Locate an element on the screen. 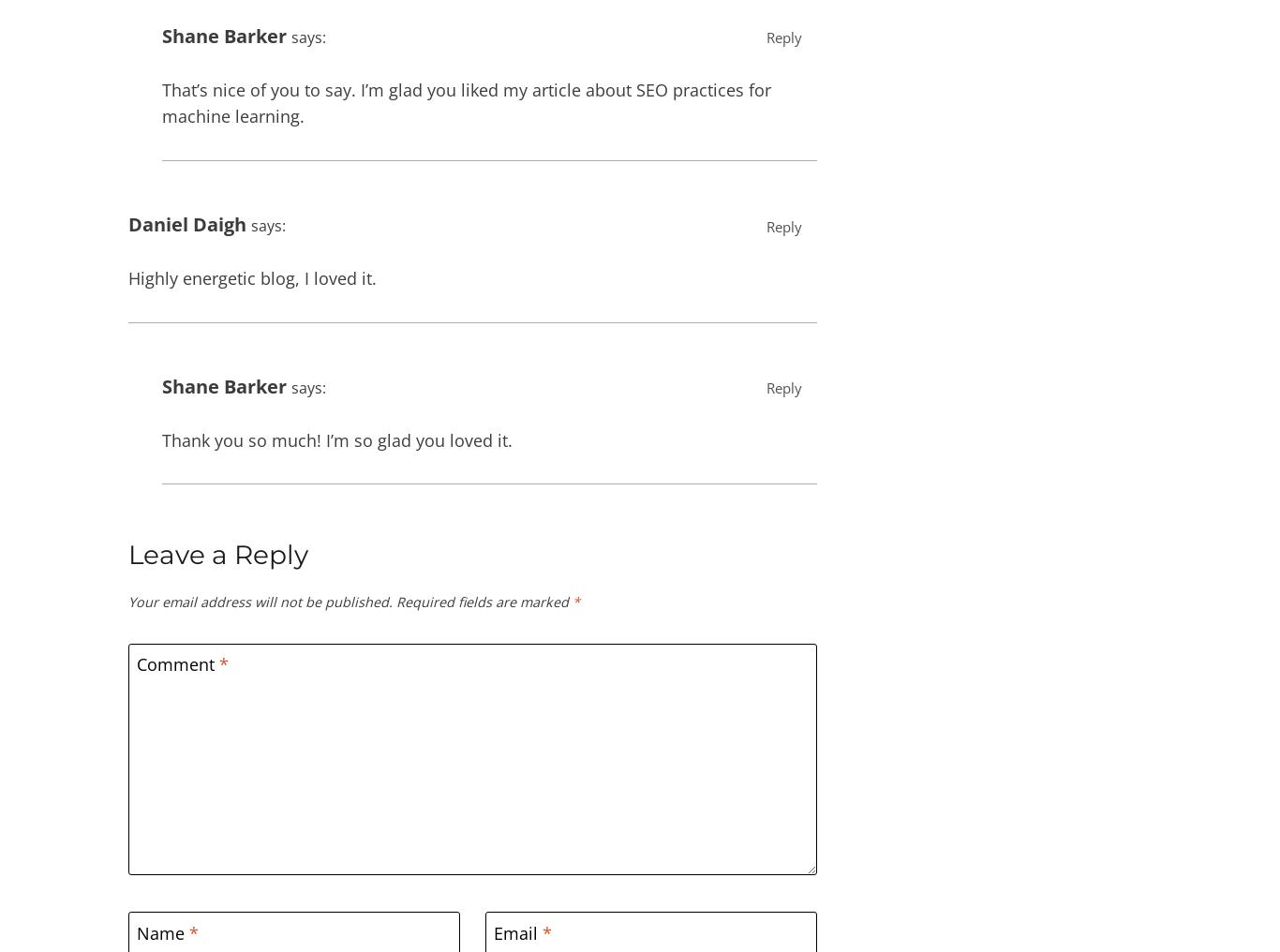 The image size is (1280, 952). 'Name' is located at coordinates (162, 932).